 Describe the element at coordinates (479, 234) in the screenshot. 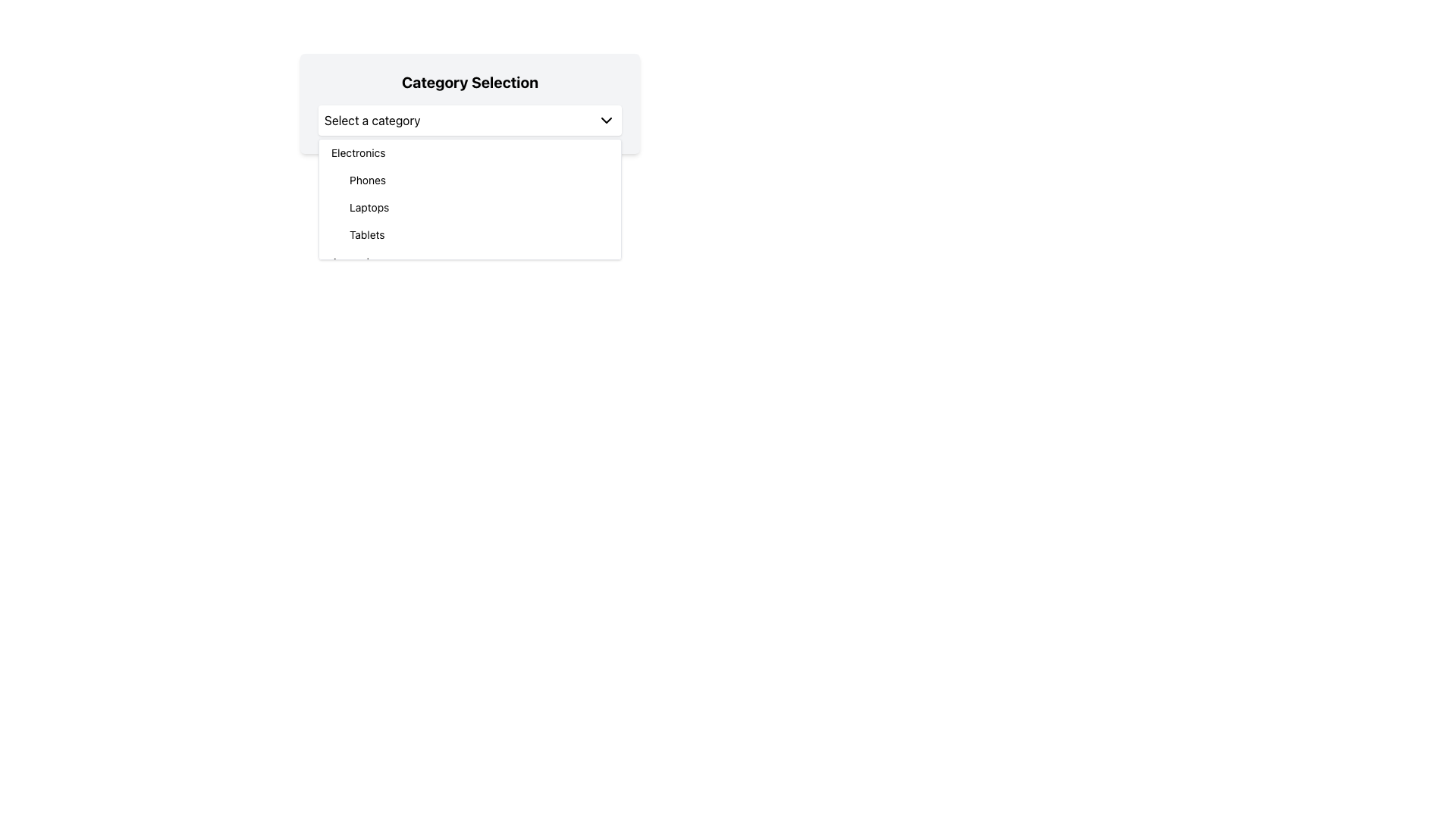

I see `the 'Tablets' menu item, which is the third option in the dropdown menu under 'Category Selection'` at that location.